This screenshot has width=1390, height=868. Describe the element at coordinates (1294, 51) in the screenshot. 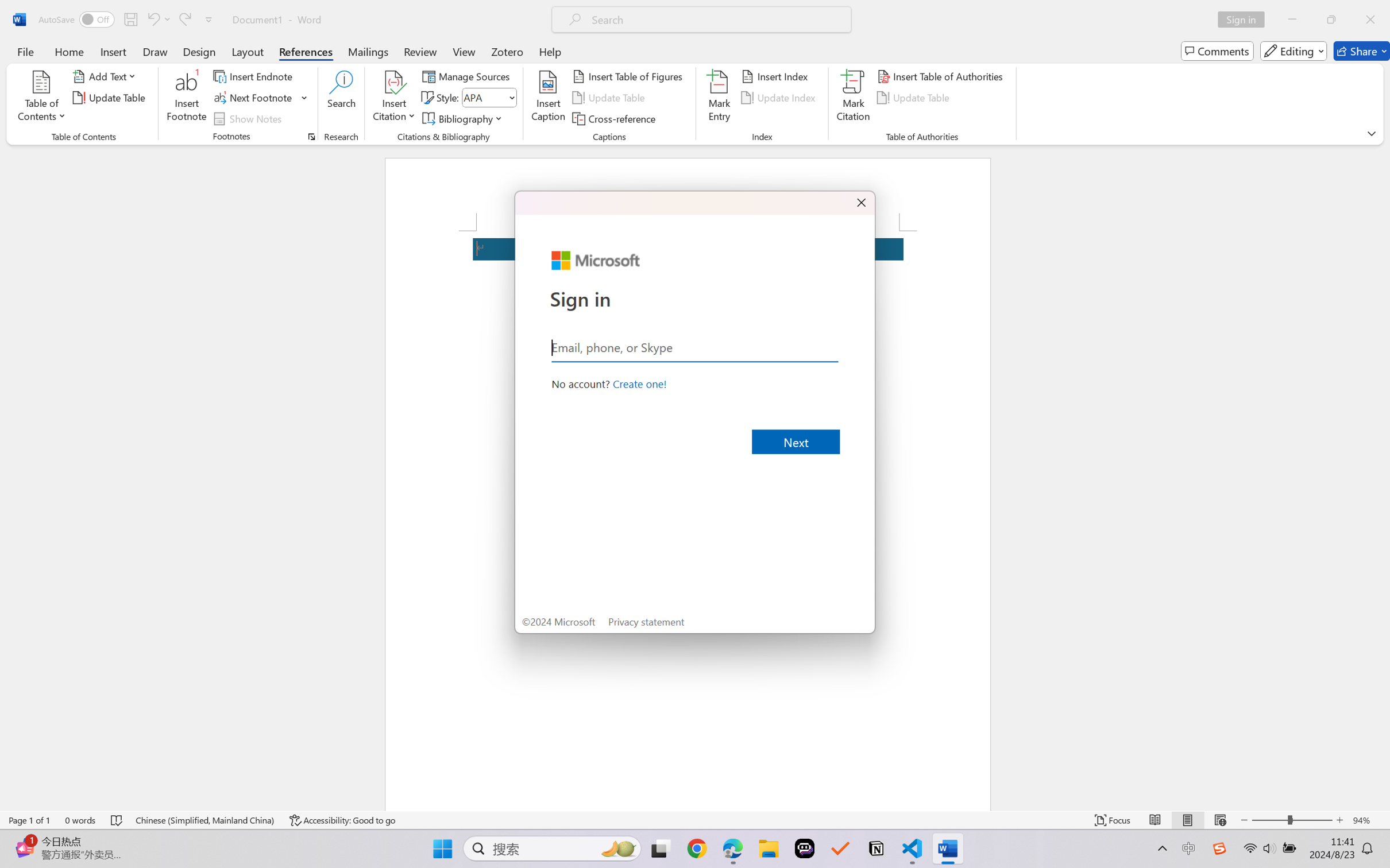

I see `'Editing'` at that location.